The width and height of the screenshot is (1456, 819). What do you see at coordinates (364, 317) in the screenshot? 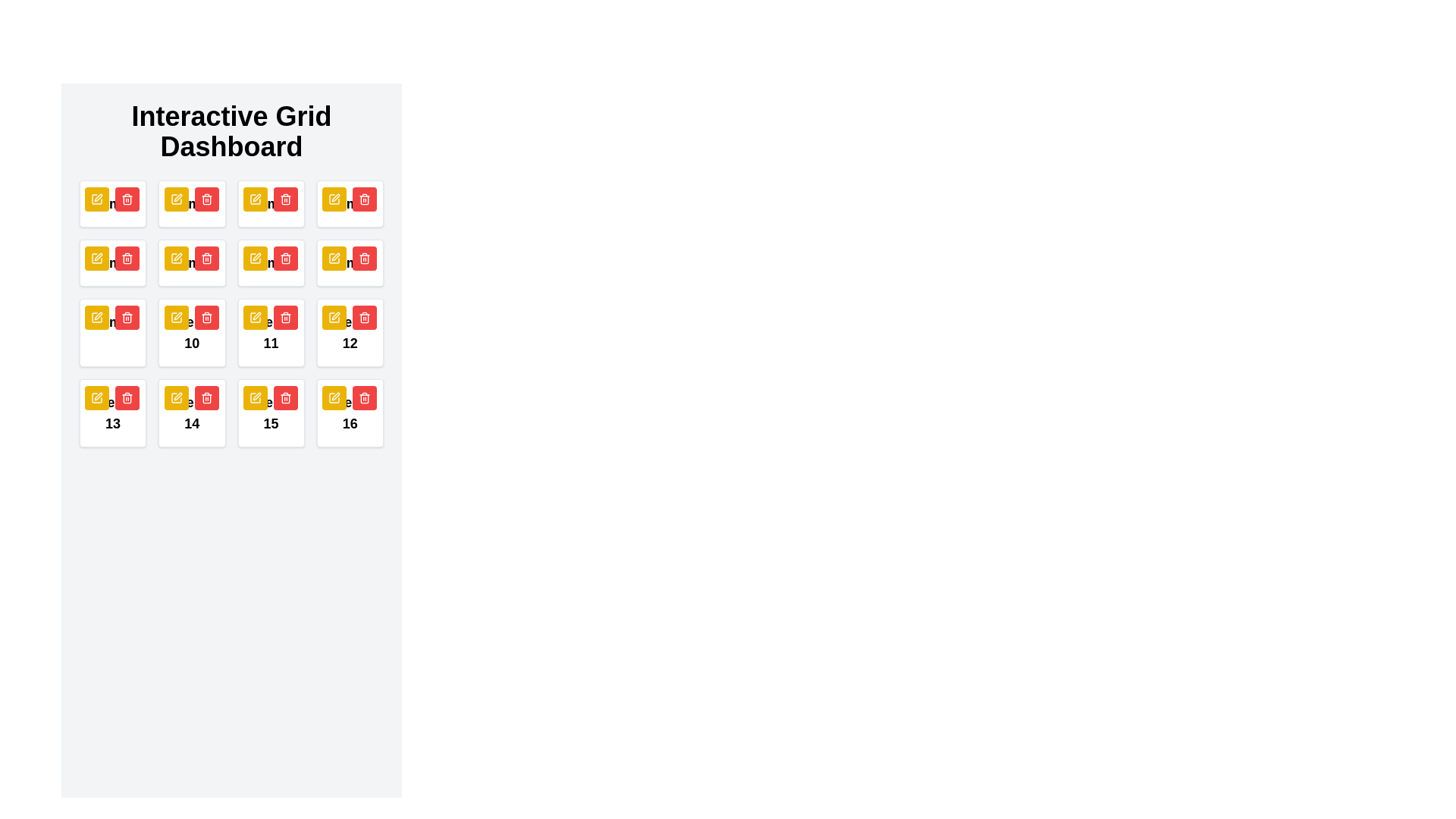
I see `the delete button with a trash can icon located in the top-right corner of the tile labeled '12'` at bounding box center [364, 317].